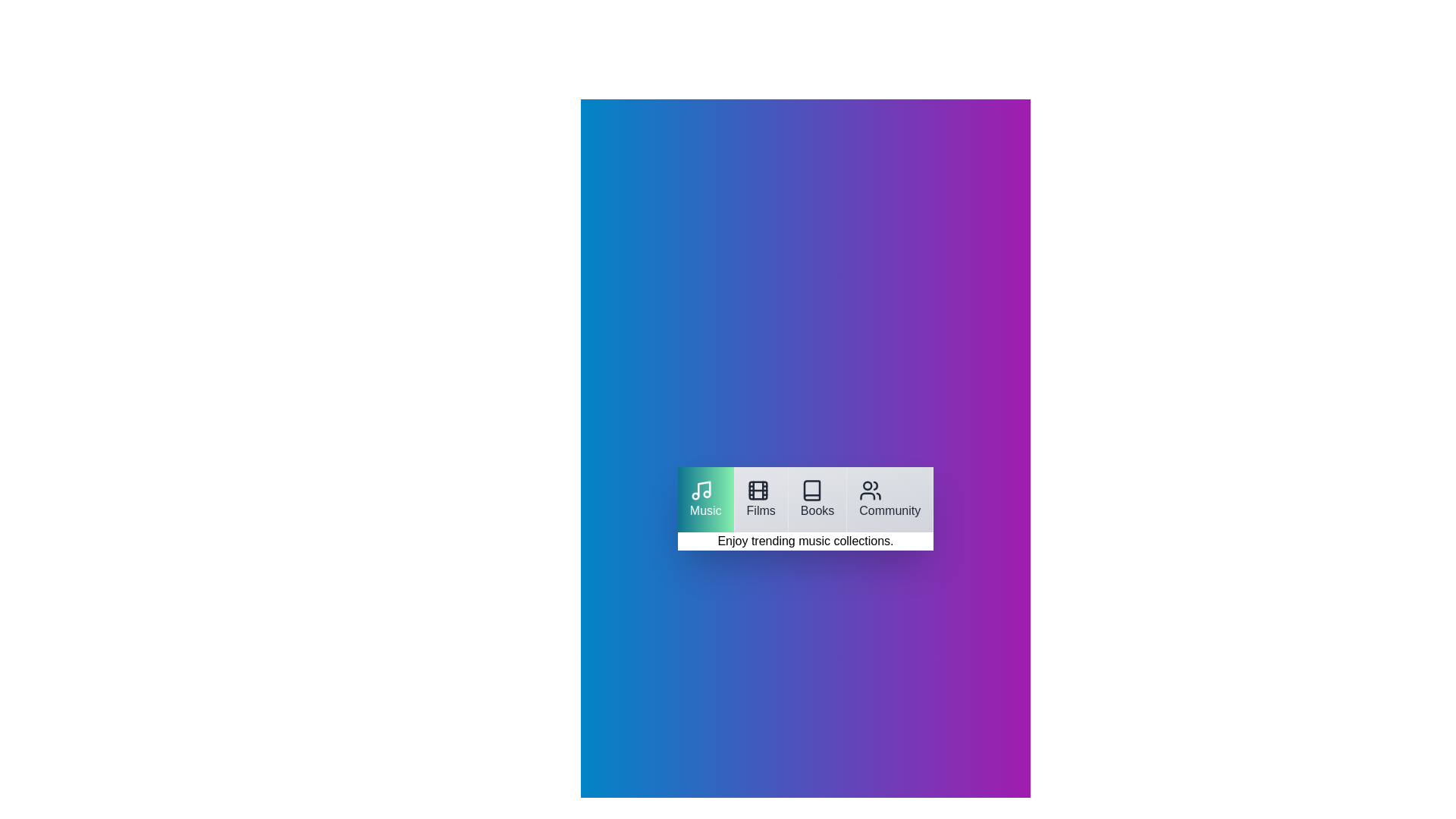 The image size is (1456, 819). What do you see at coordinates (758, 491) in the screenshot?
I see `the film reel icon, which is the second icon from the left in the row of items labeled 'Music,' 'Films,' 'Books,' and 'Community.' This icon is associated with the 'Films' category` at bounding box center [758, 491].